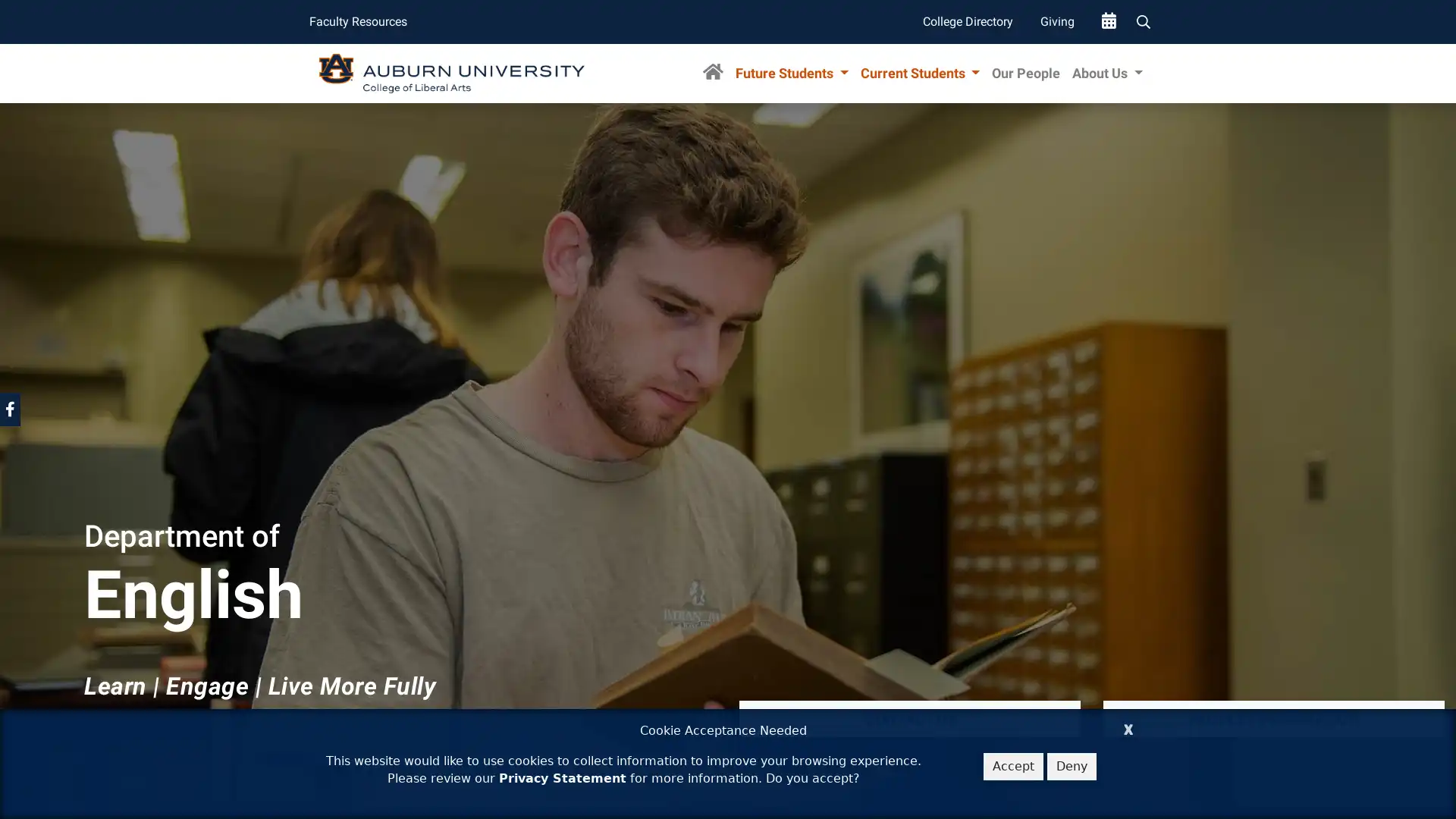 The width and height of the screenshot is (1456, 819). Describe the element at coordinates (1013, 766) in the screenshot. I see `Accept` at that location.